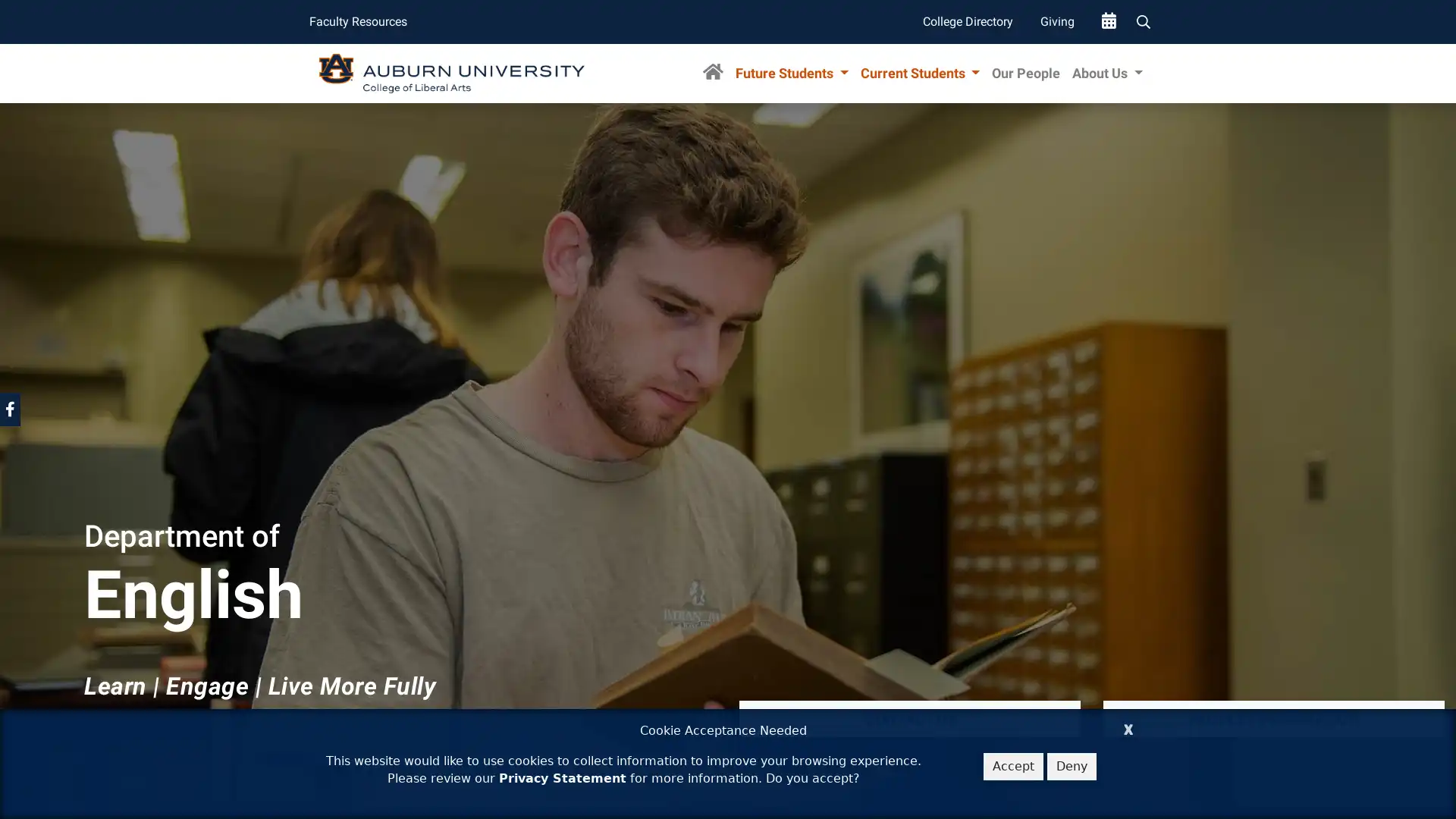 The width and height of the screenshot is (1456, 819). Describe the element at coordinates (1013, 766) in the screenshot. I see `Accept` at that location.